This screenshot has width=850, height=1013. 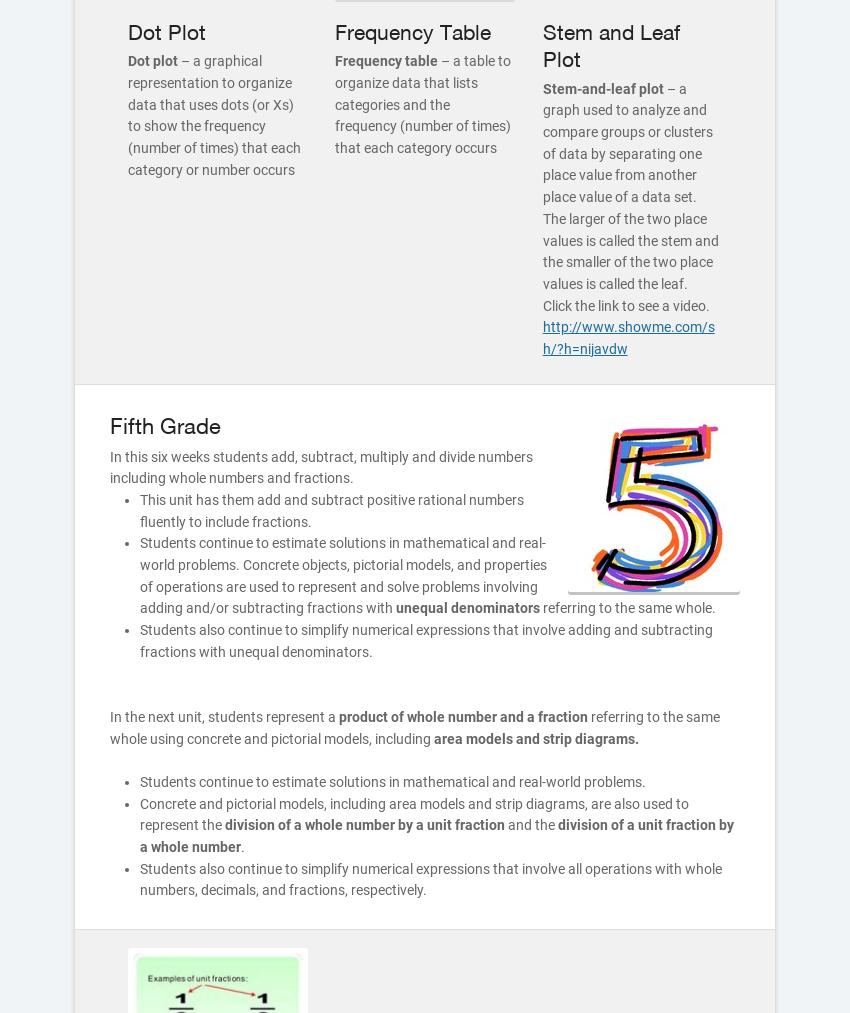 What do you see at coordinates (332, 510) in the screenshot?
I see `'This unit has them add and subtract positive rational numbers fluently to include fractions.'` at bounding box center [332, 510].